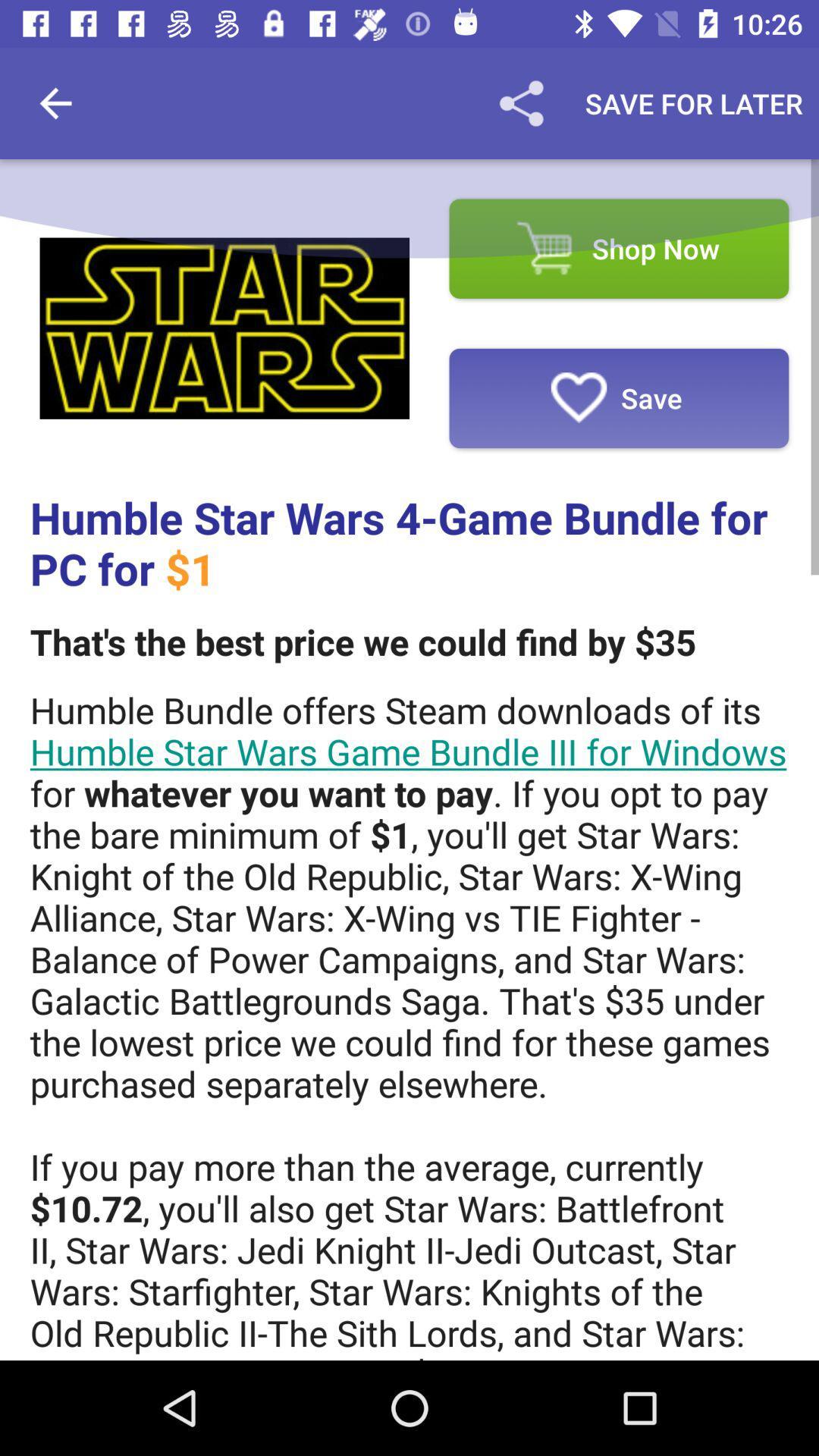 This screenshot has width=819, height=1456. I want to click on the item above shop now, so click(520, 102).